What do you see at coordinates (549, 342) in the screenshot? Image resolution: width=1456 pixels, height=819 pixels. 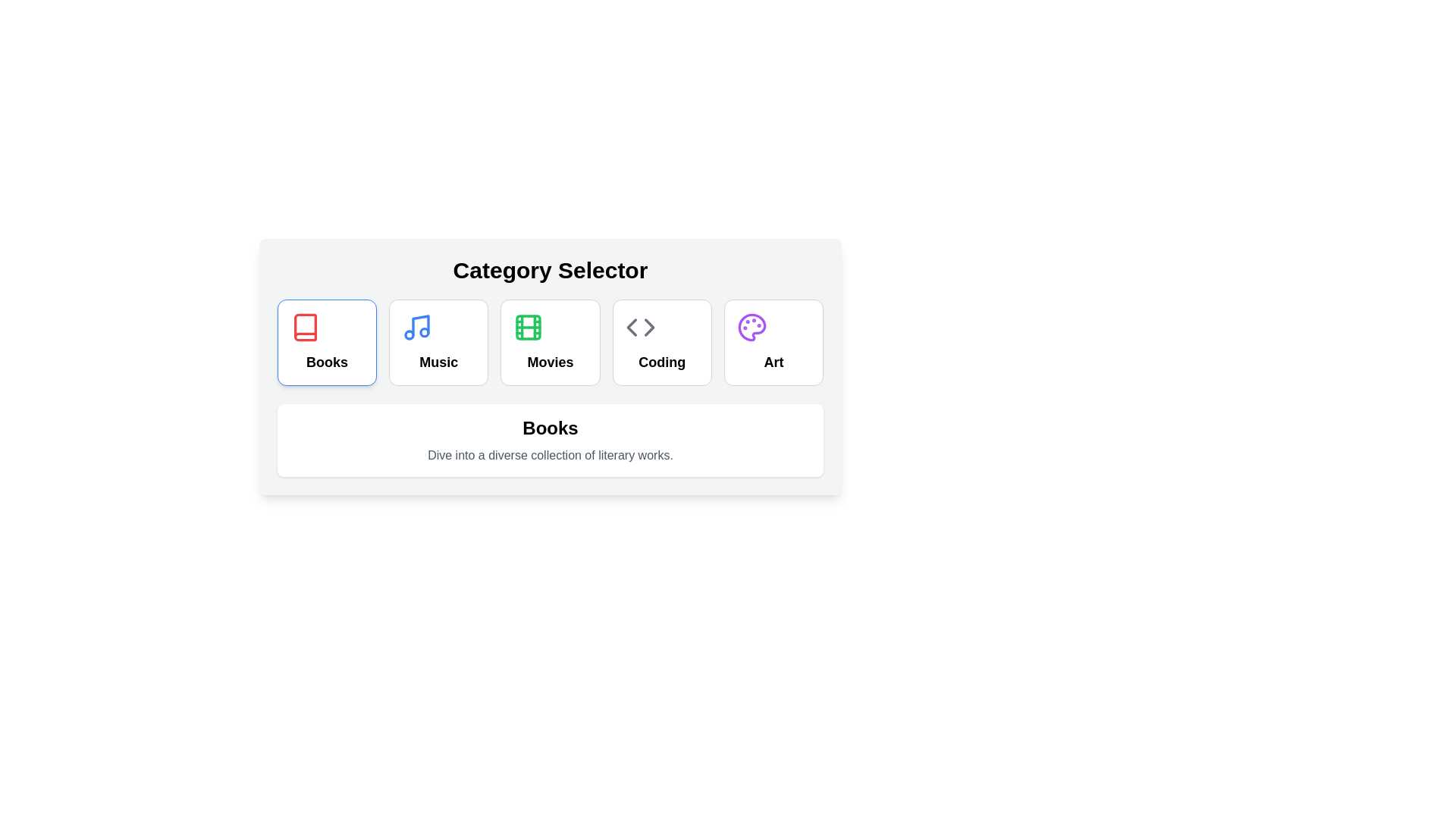 I see `the 'Movies' card button, which is a rectangular card with a white background and a green film strip icon` at bounding box center [549, 342].